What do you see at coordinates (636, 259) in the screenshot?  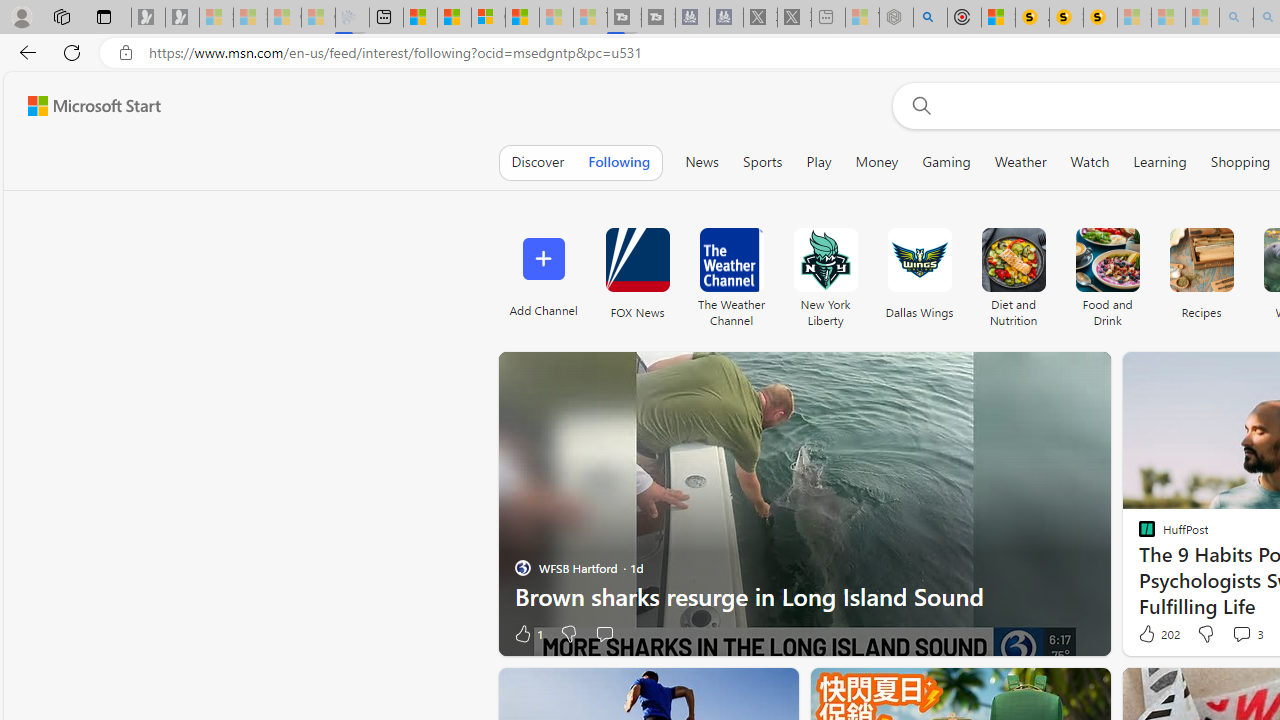 I see `'FOX News'` at bounding box center [636, 259].